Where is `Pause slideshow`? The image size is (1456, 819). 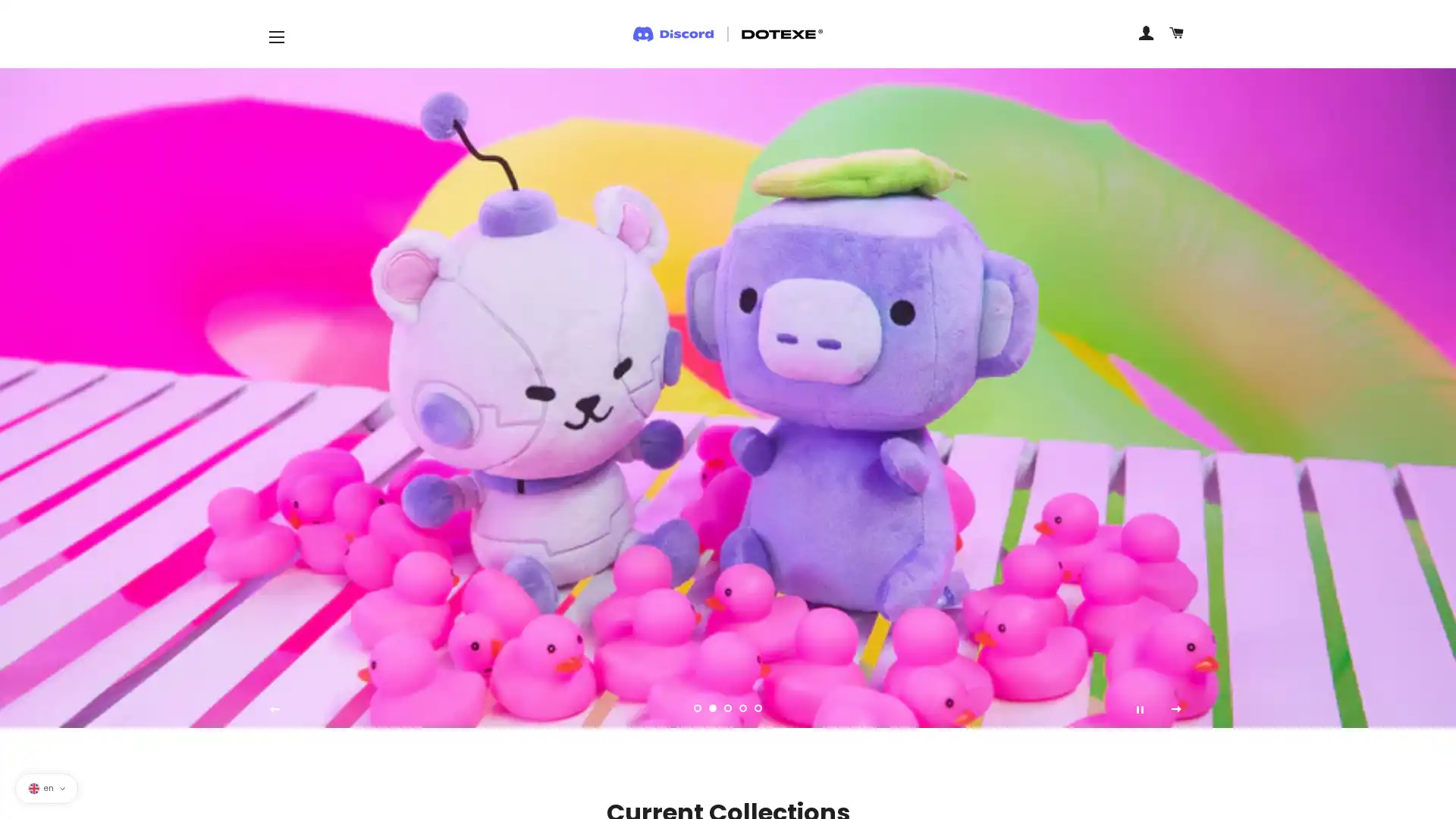
Pause slideshow is located at coordinates (1139, 708).